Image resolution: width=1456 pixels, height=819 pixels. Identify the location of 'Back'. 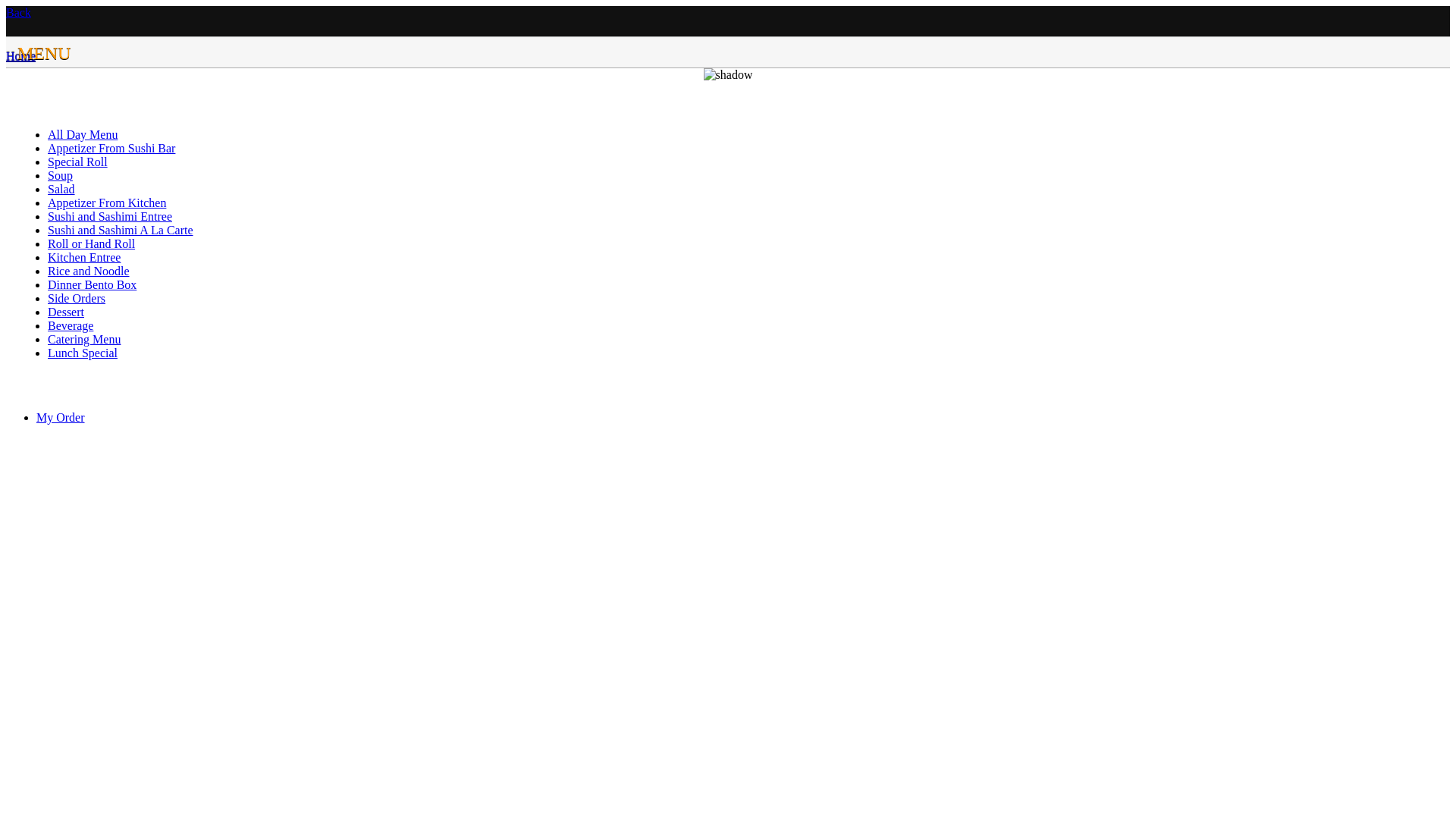
(18, 12).